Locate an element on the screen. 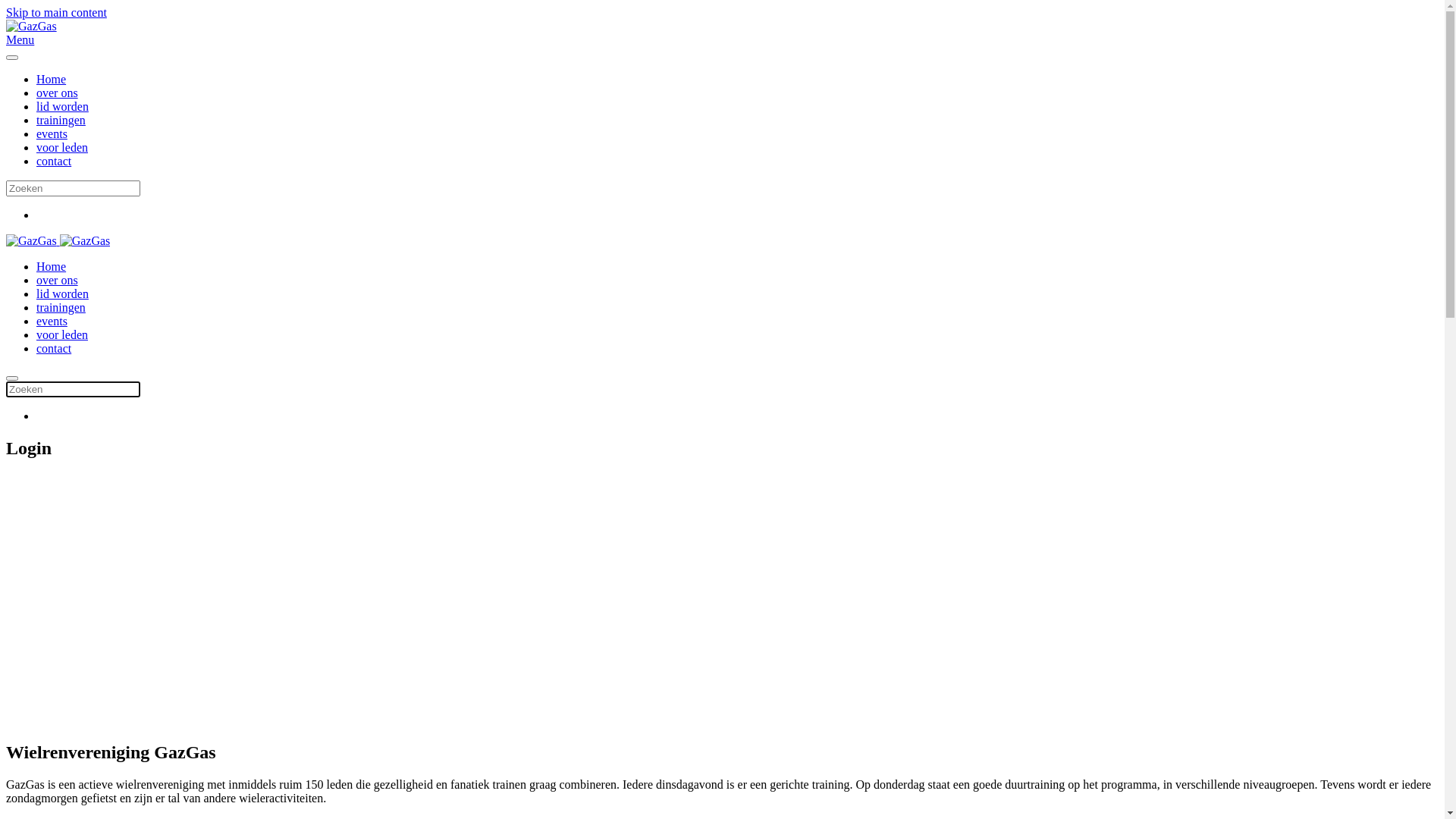  'Inloggen' is located at coordinates (127, 666).